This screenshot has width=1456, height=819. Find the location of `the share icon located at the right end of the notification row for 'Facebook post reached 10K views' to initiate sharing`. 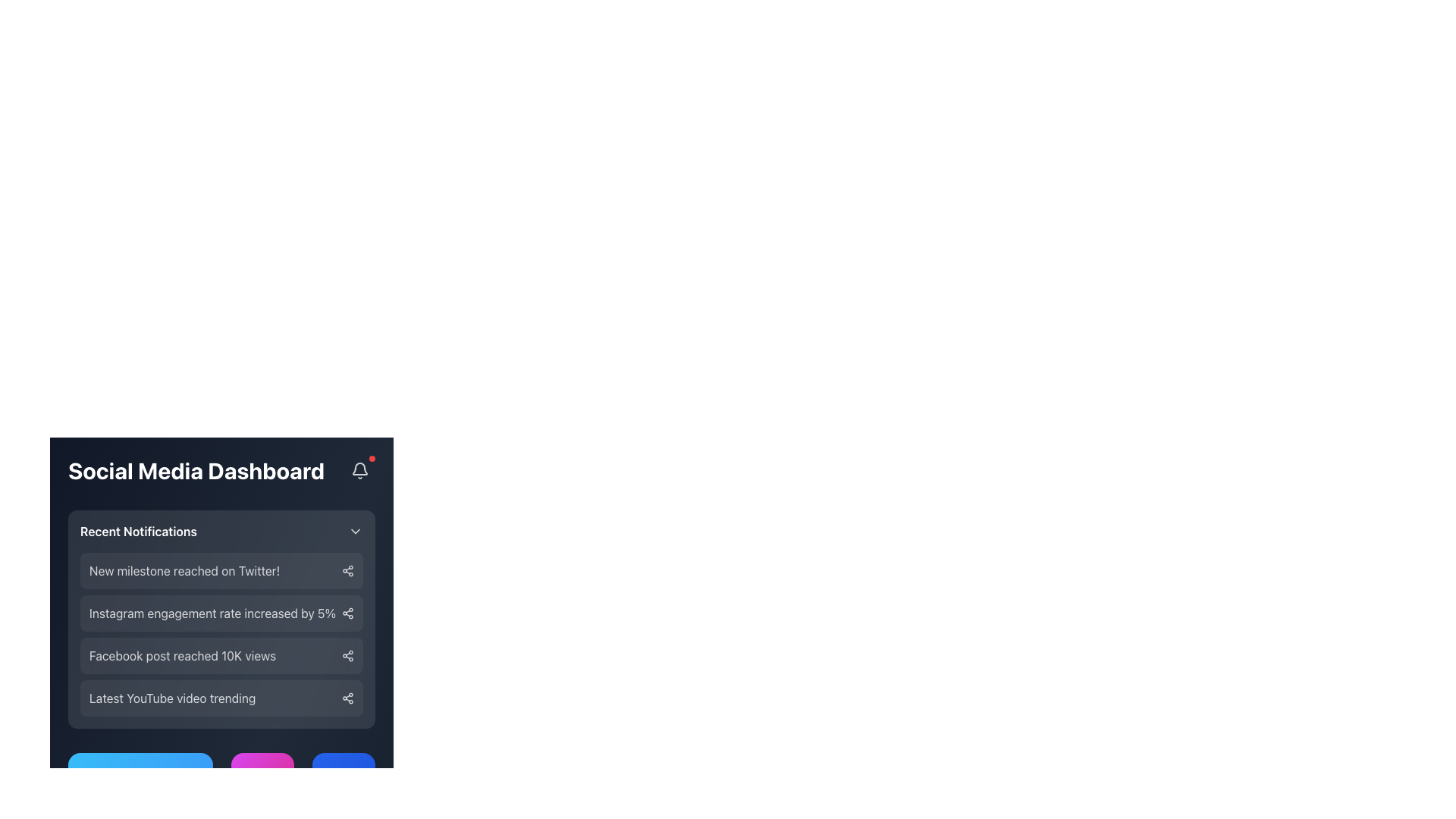

the share icon located at the right end of the notification row for 'Facebook post reached 10K views' to initiate sharing is located at coordinates (347, 654).